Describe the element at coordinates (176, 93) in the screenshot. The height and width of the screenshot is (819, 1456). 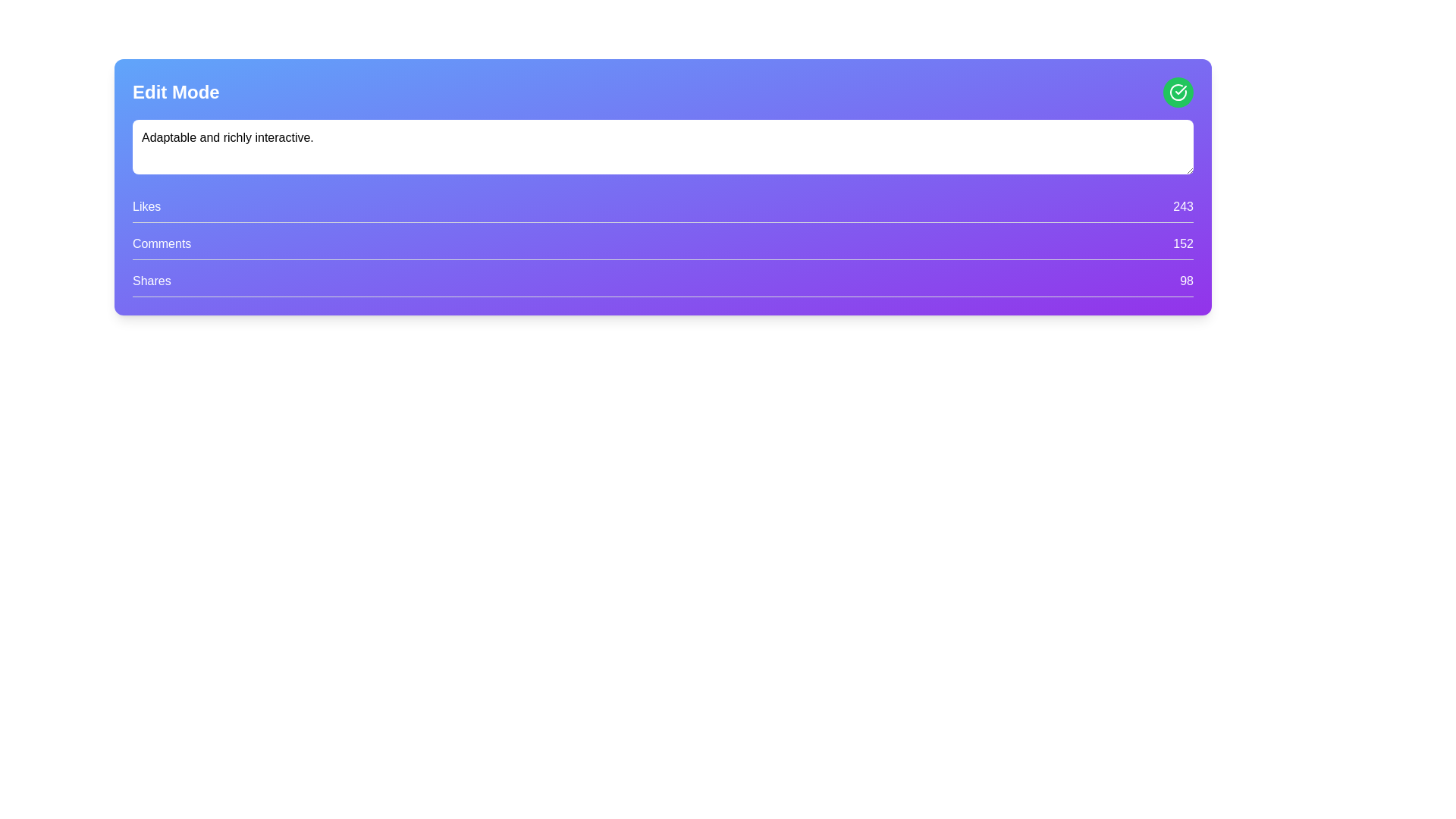
I see `the 'Edit Mode' text label, which is a bold and large font label at the beginning of a section with a gradient blue background` at that location.